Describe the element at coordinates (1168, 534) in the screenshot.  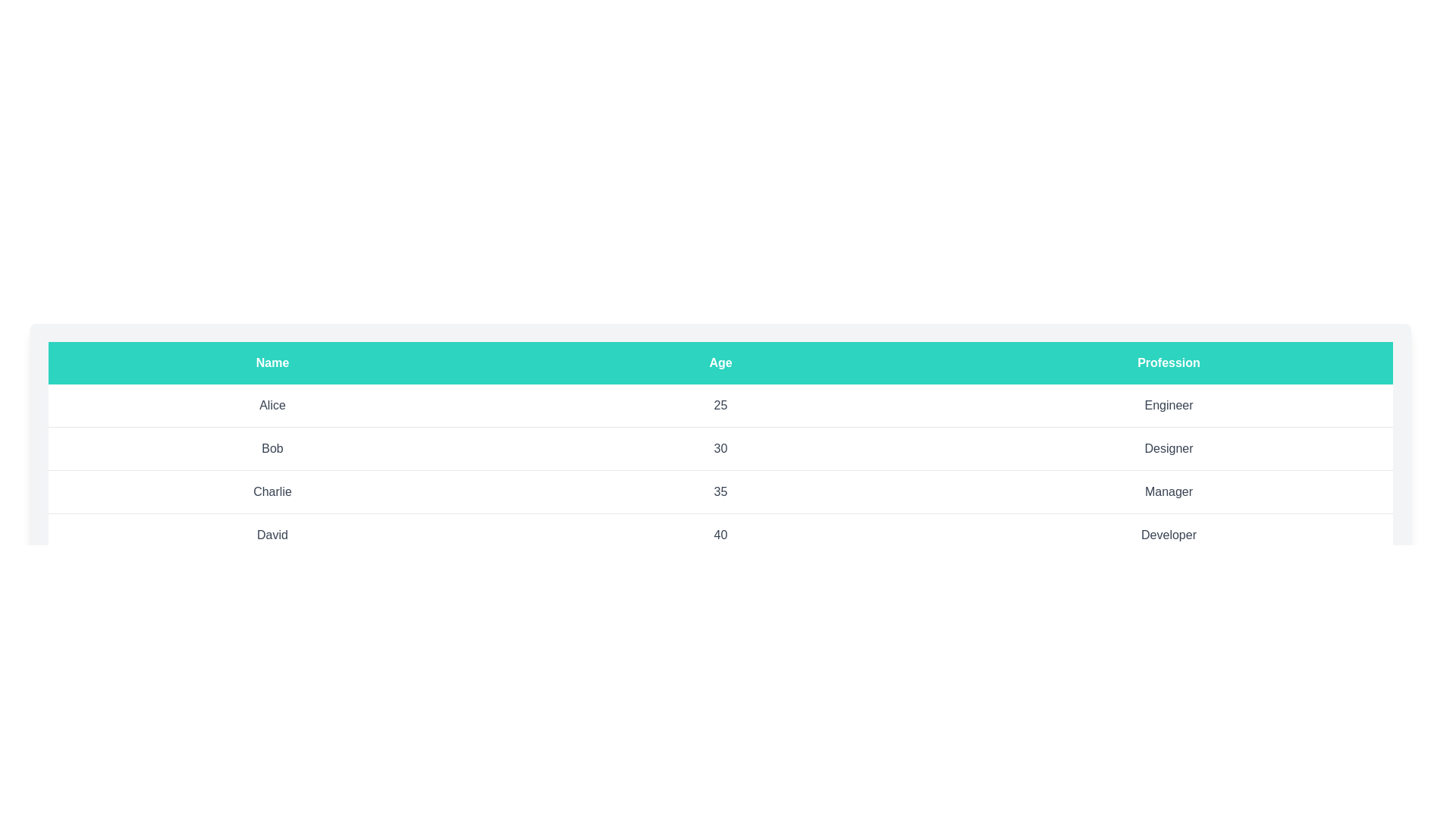
I see `the 'Developer' text label that displays the profession information for 'David' in the table` at that location.